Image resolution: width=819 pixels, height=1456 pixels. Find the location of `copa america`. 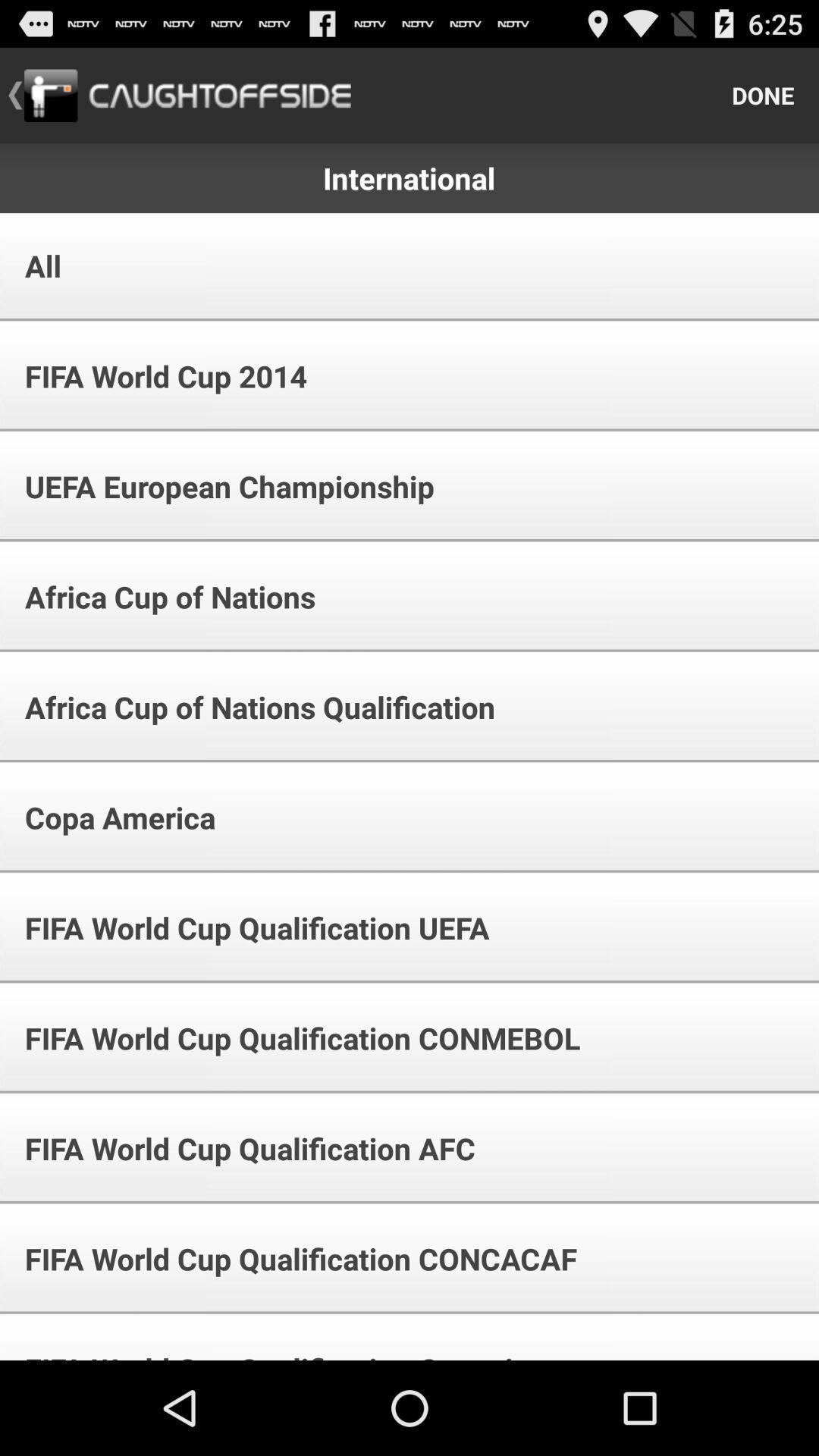

copa america is located at coordinates (109, 817).